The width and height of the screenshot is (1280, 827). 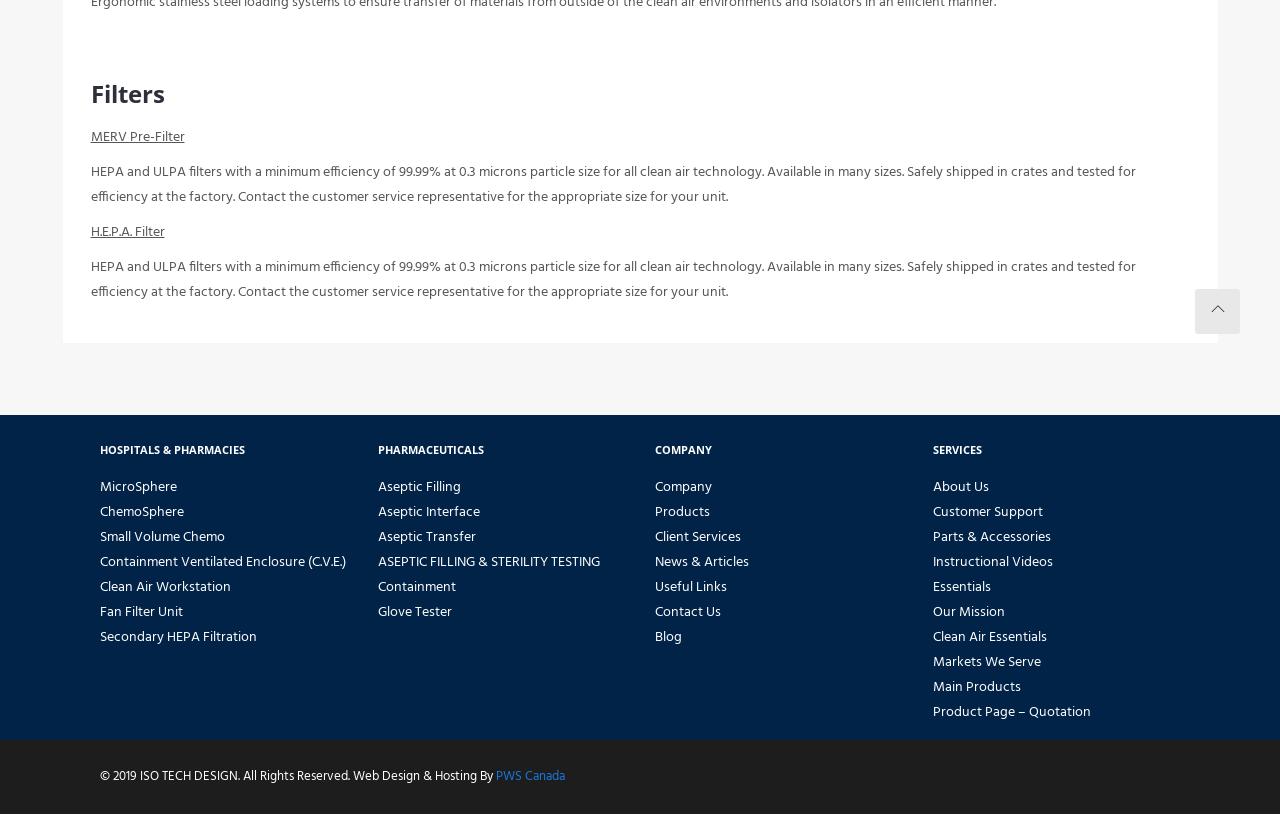 I want to click on 'Hospitals & Pharmacies', so click(x=98, y=463).